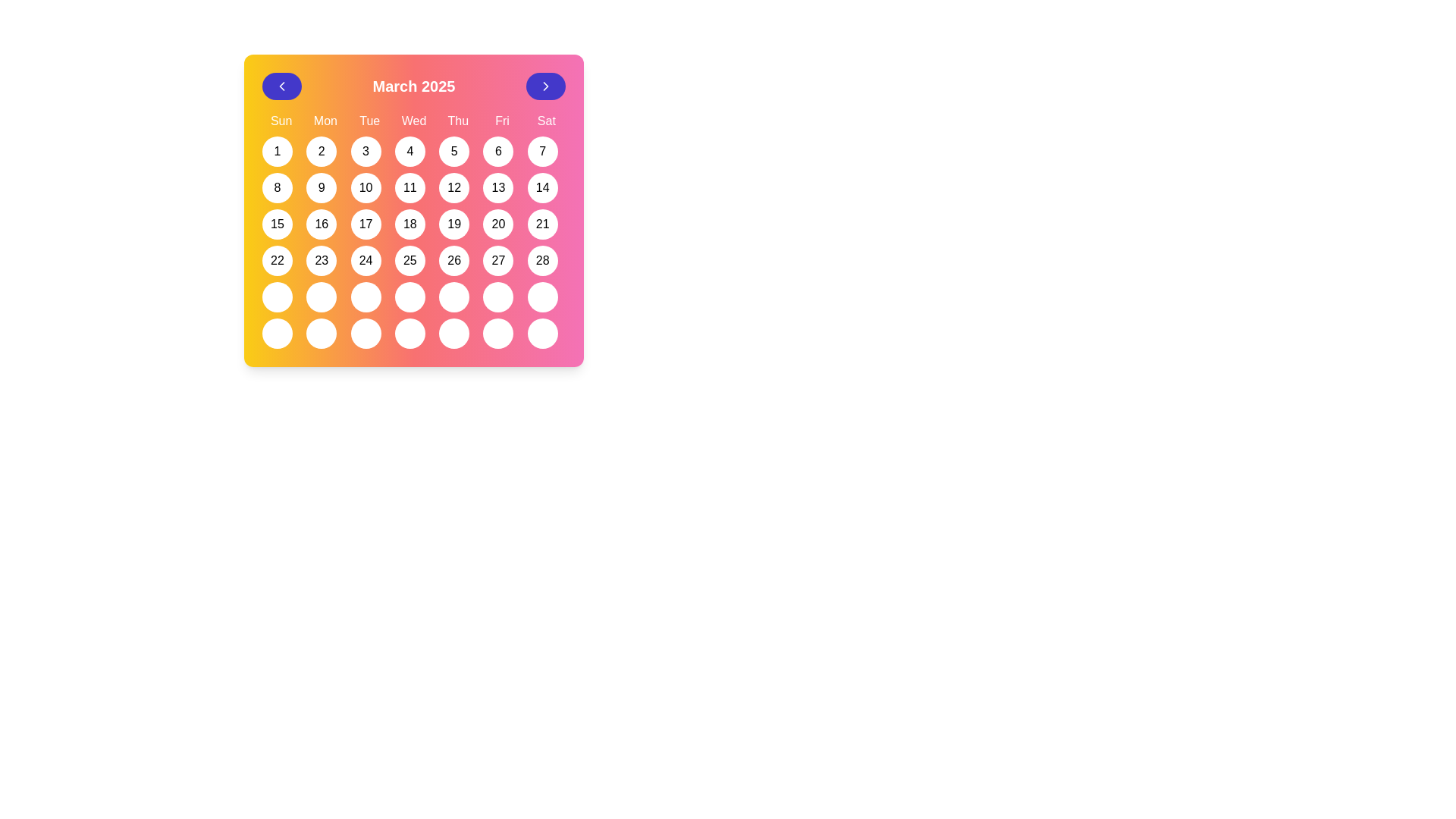  I want to click on the Interactive calendar day button representing the fourth day of the month, so click(409, 152).